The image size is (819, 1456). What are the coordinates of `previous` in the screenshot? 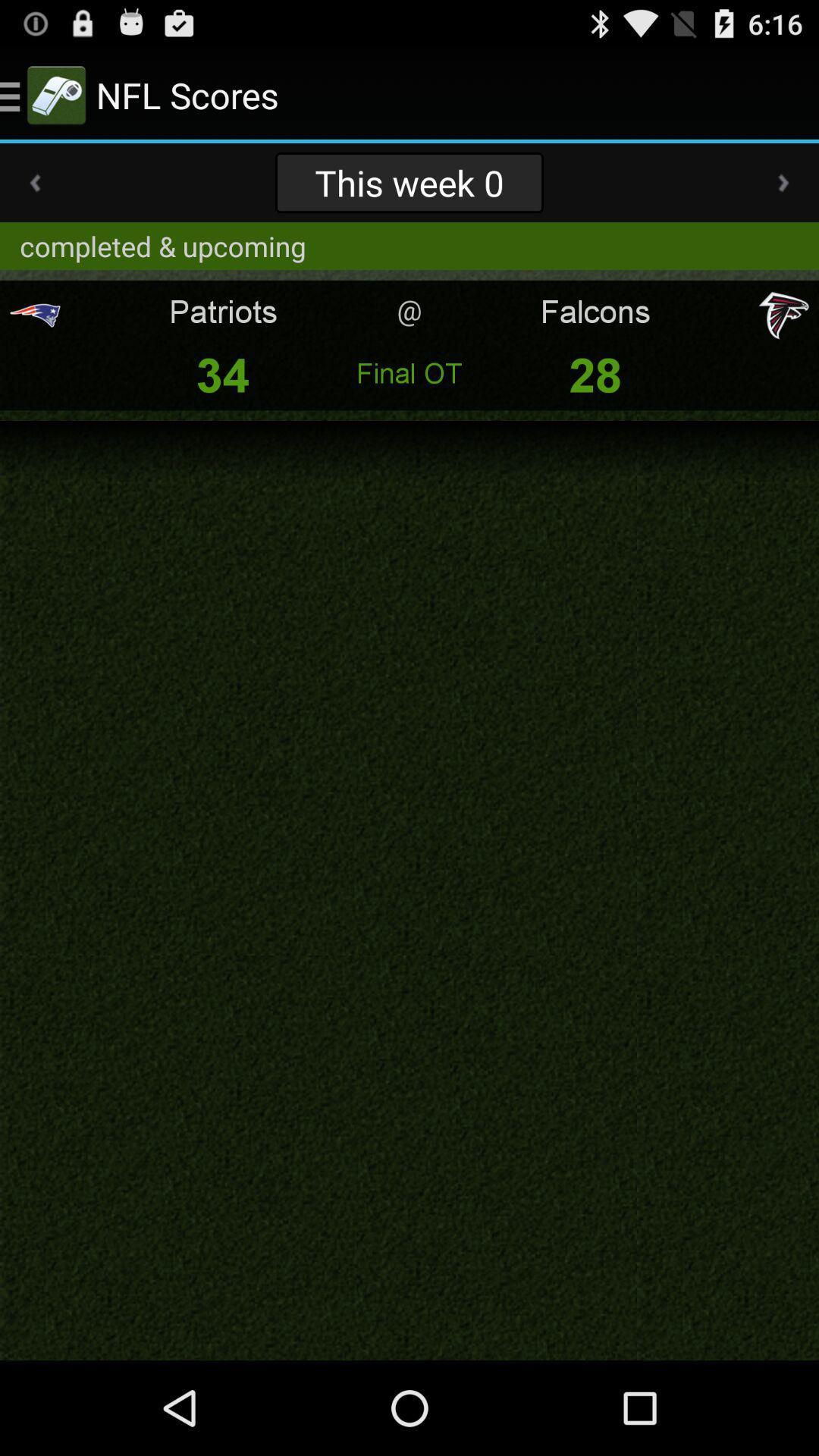 It's located at (34, 182).